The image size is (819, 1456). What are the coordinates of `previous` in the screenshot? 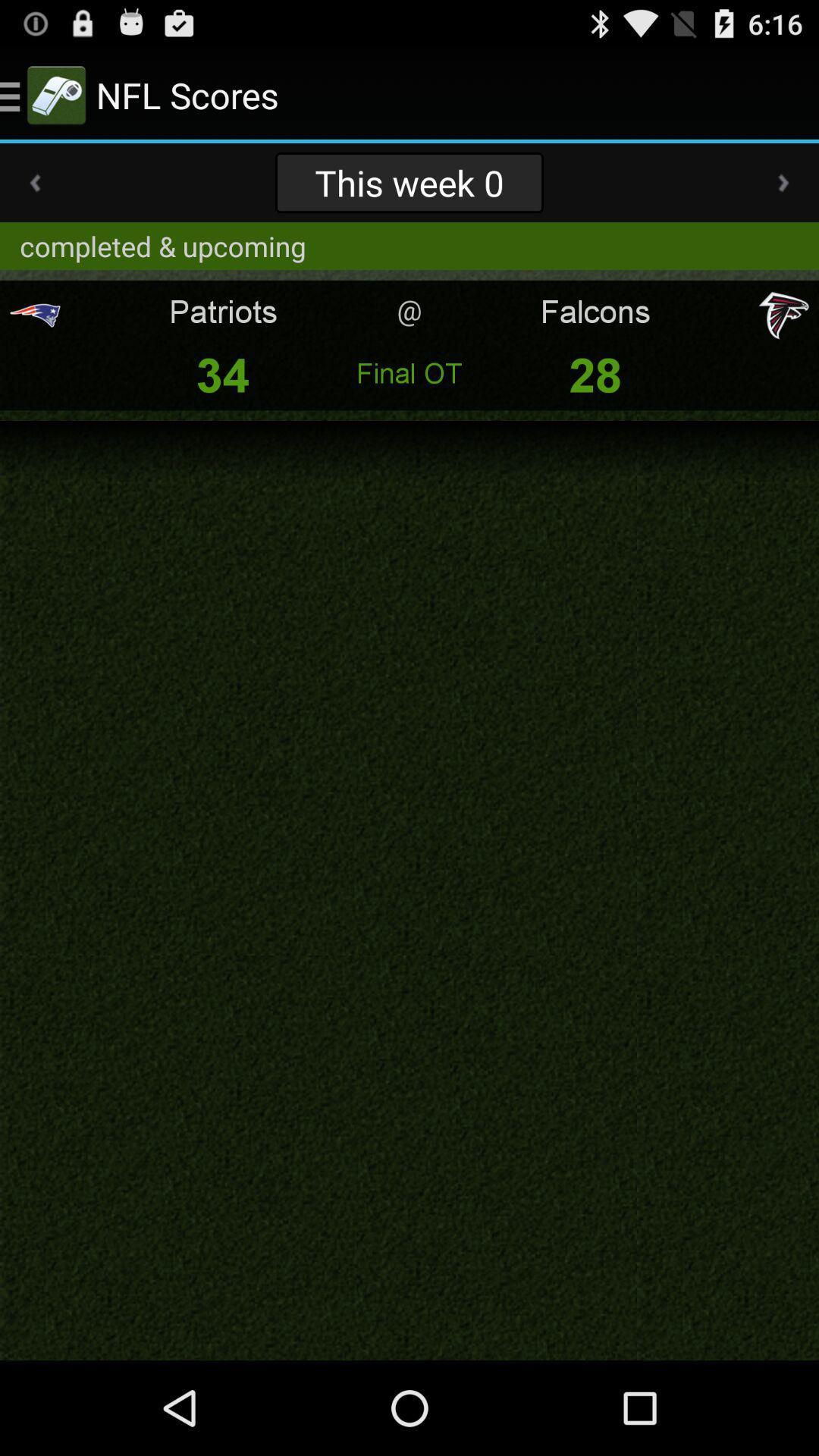 It's located at (34, 182).